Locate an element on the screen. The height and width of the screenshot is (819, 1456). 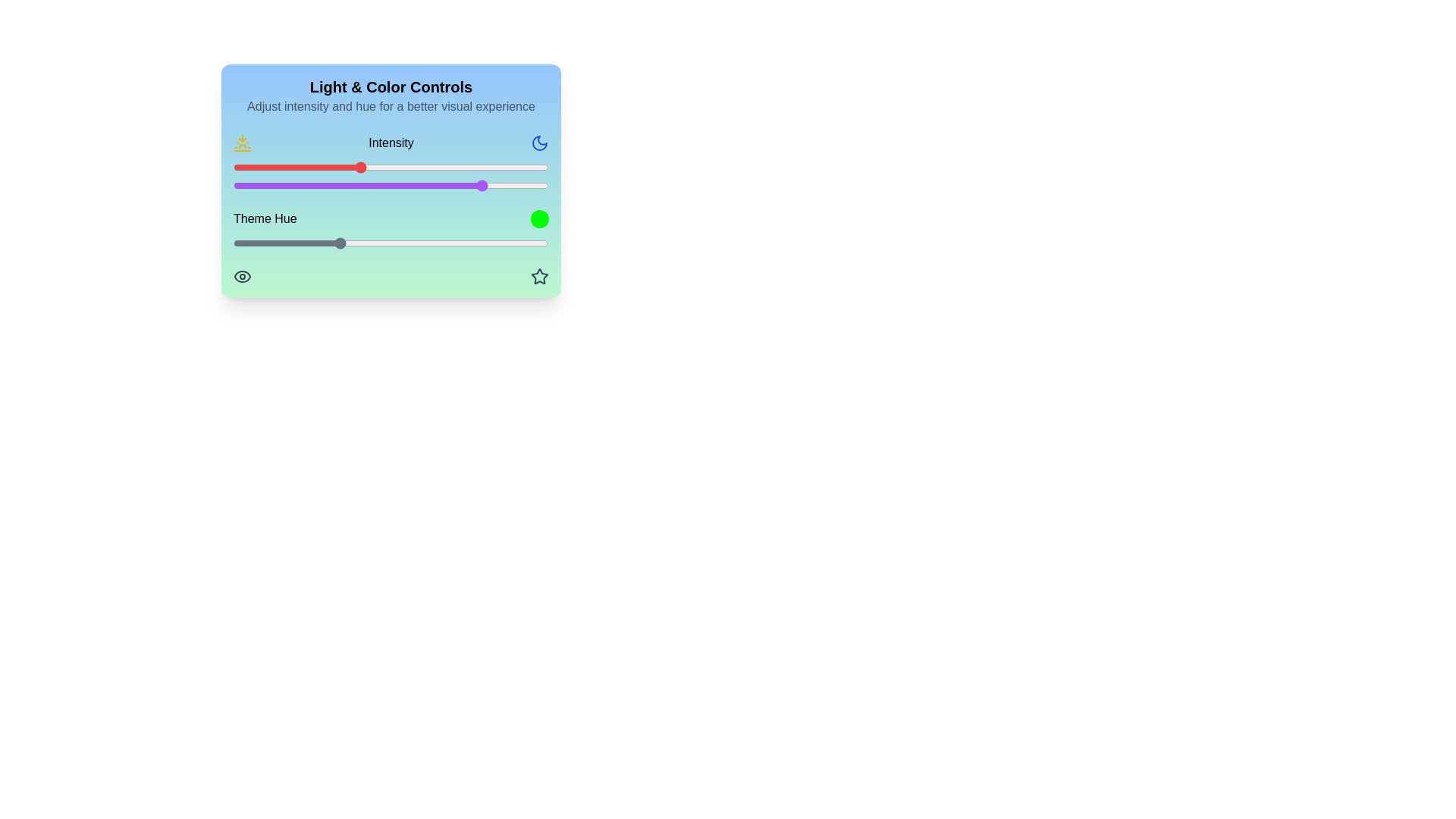
the crescent moon icon with a blue outline, located to the right of the 'Intensity' label is located at coordinates (539, 143).